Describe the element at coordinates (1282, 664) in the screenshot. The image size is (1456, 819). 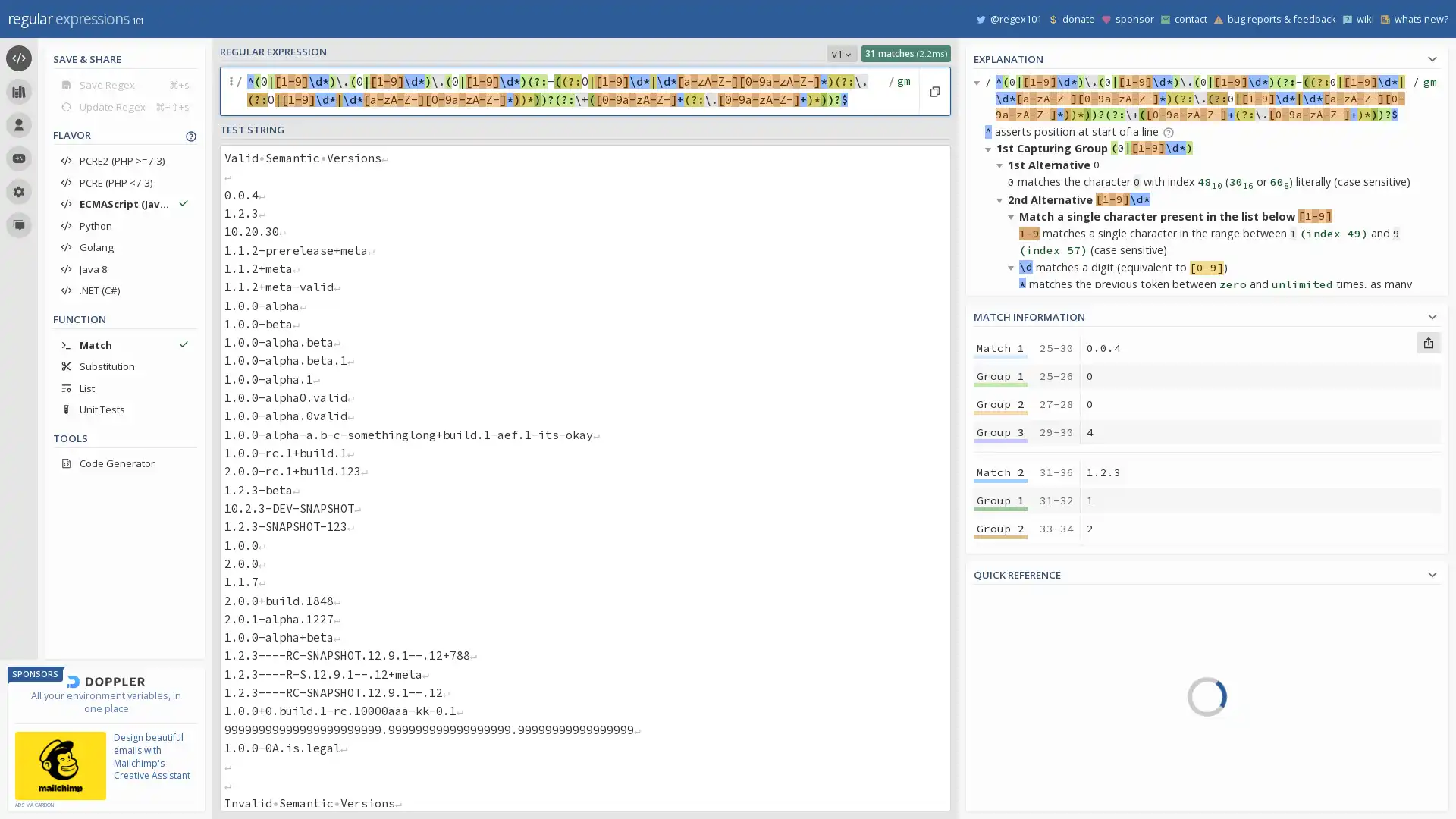
I see `A character not in the range: a-z [^a-z]` at that location.